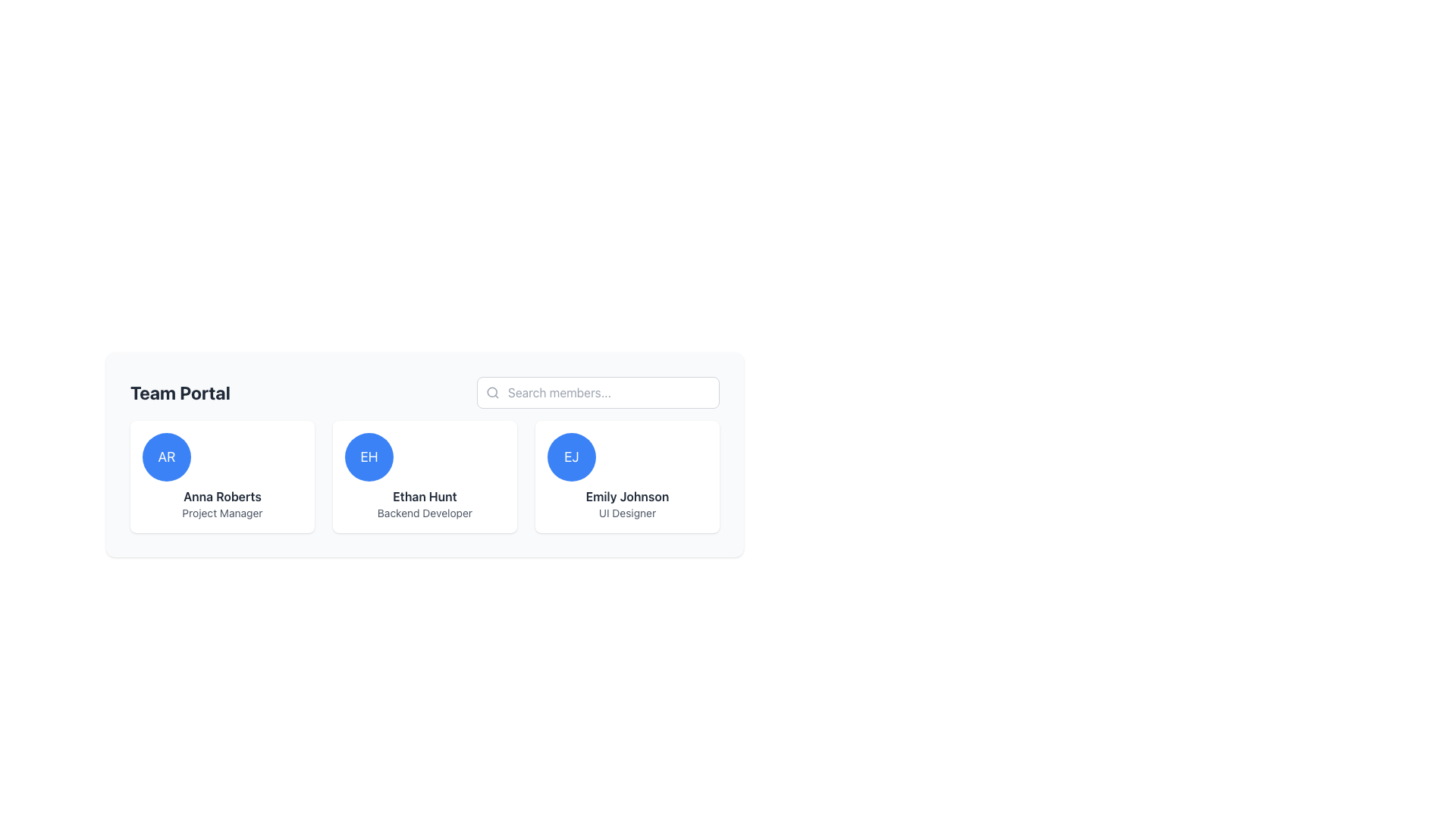  What do you see at coordinates (167, 456) in the screenshot?
I see `the avatar representing user Anna Roberts, located in the first column of the first row in the 'Team Portal' section` at bounding box center [167, 456].